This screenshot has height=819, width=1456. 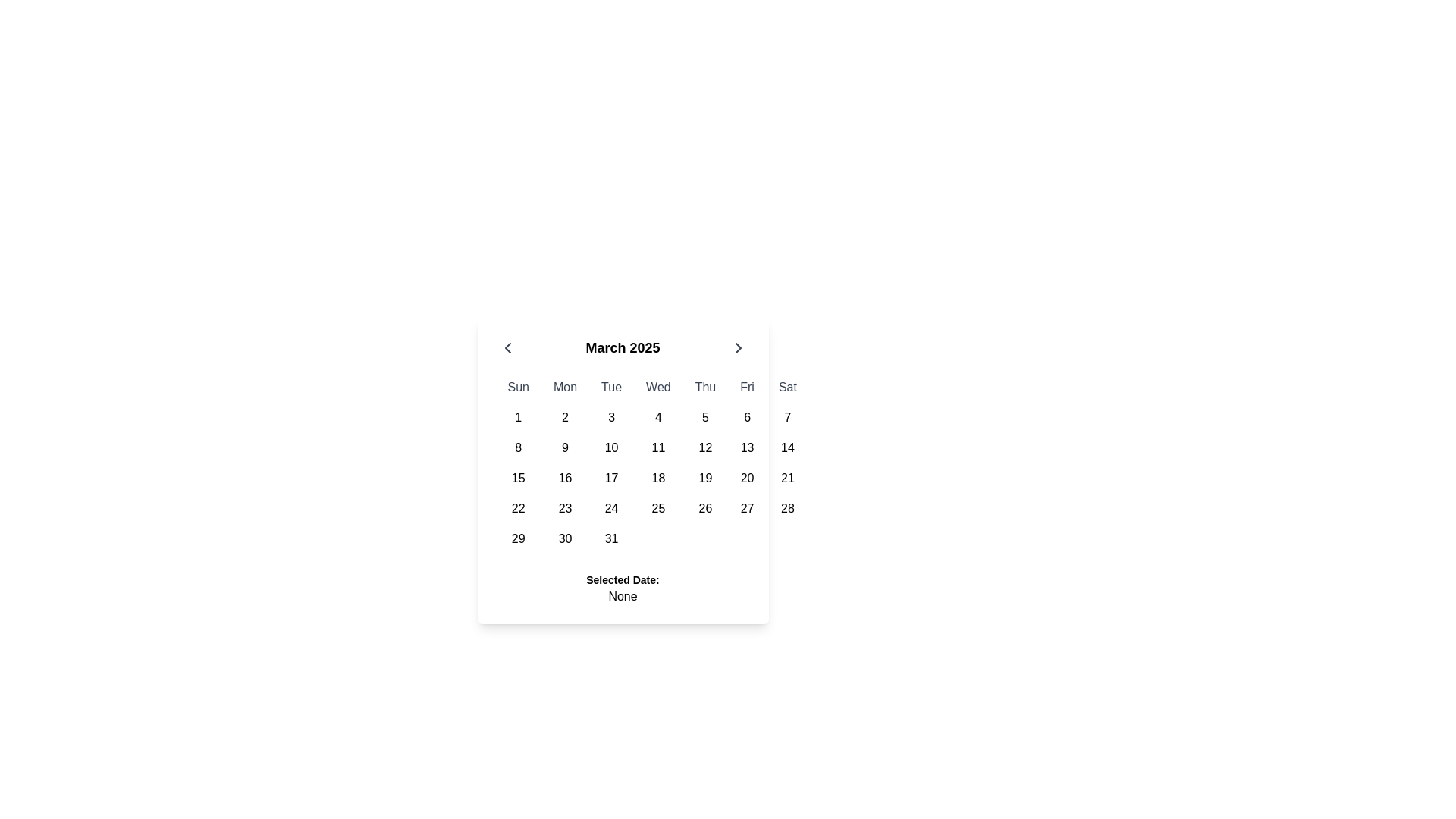 I want to click on the 'Sun' text label, which is the first item in the horizontally arranged list of day abbreviations in the calendar interface, so click(x=518, y=386).